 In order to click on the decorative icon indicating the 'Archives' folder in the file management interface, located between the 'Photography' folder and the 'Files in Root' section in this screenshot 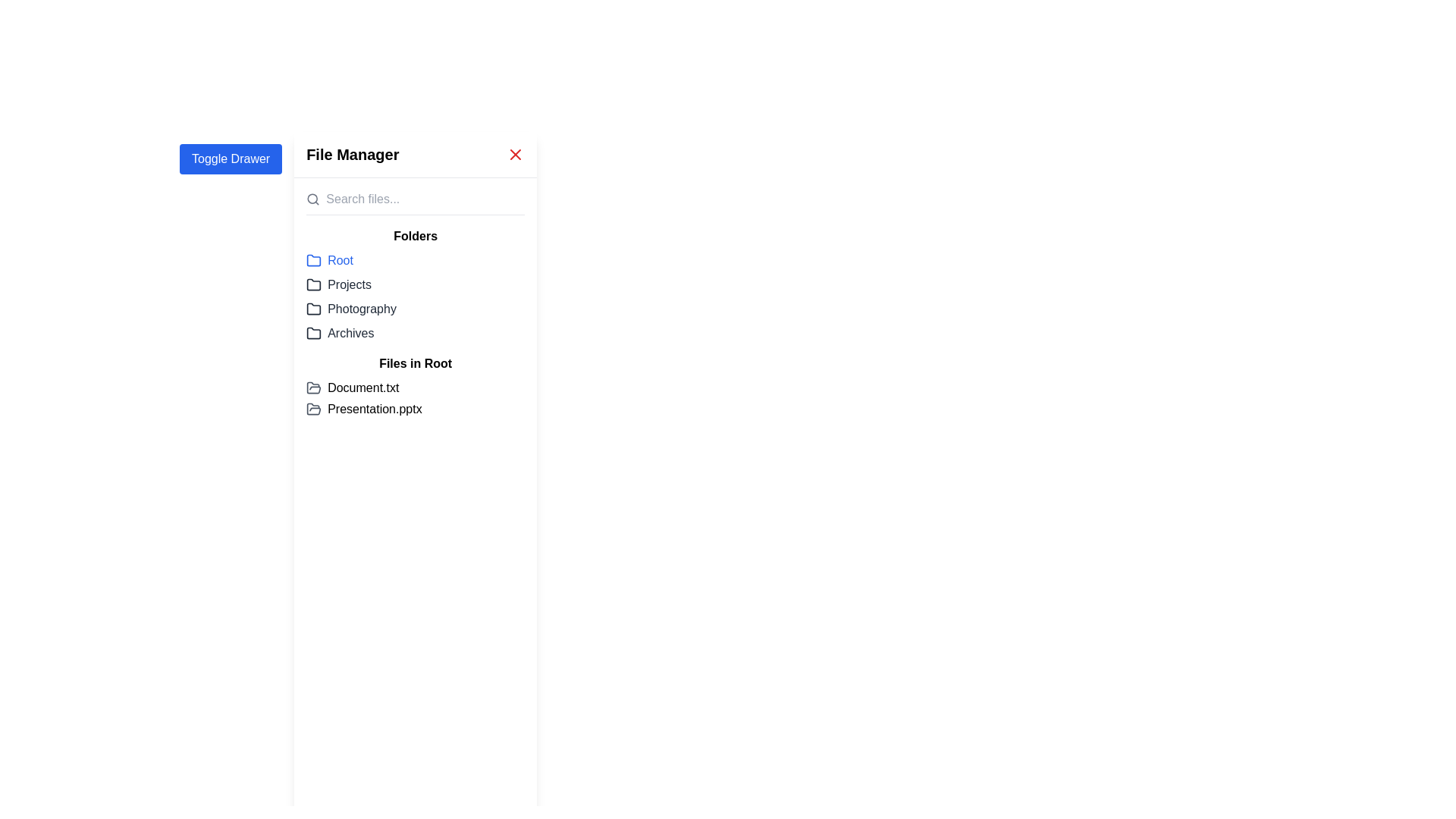, I will do `click(313, 332)`.